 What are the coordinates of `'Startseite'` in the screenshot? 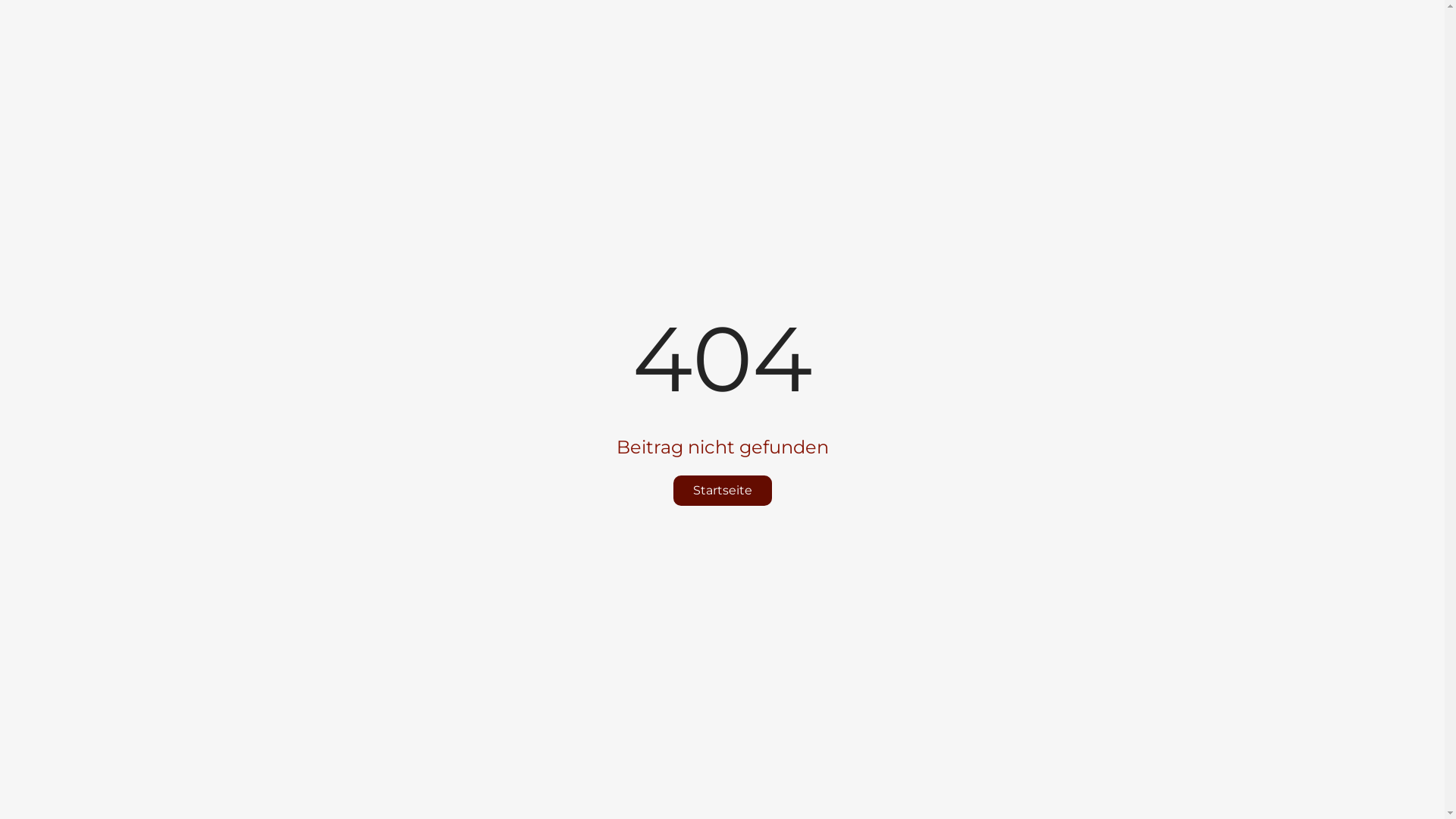 It's located at (722, 491).